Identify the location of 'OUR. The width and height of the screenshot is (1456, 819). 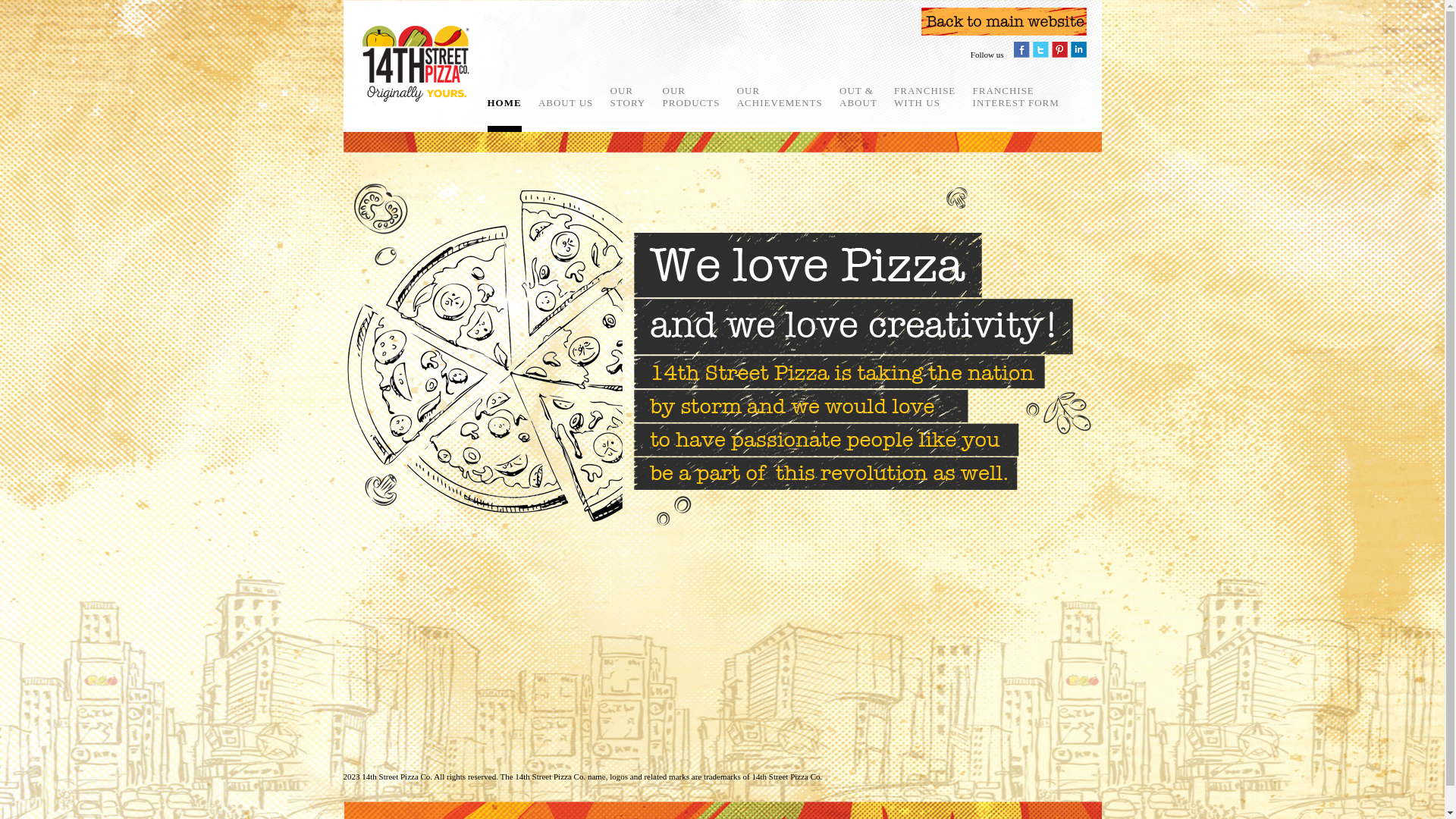
(628, 96).